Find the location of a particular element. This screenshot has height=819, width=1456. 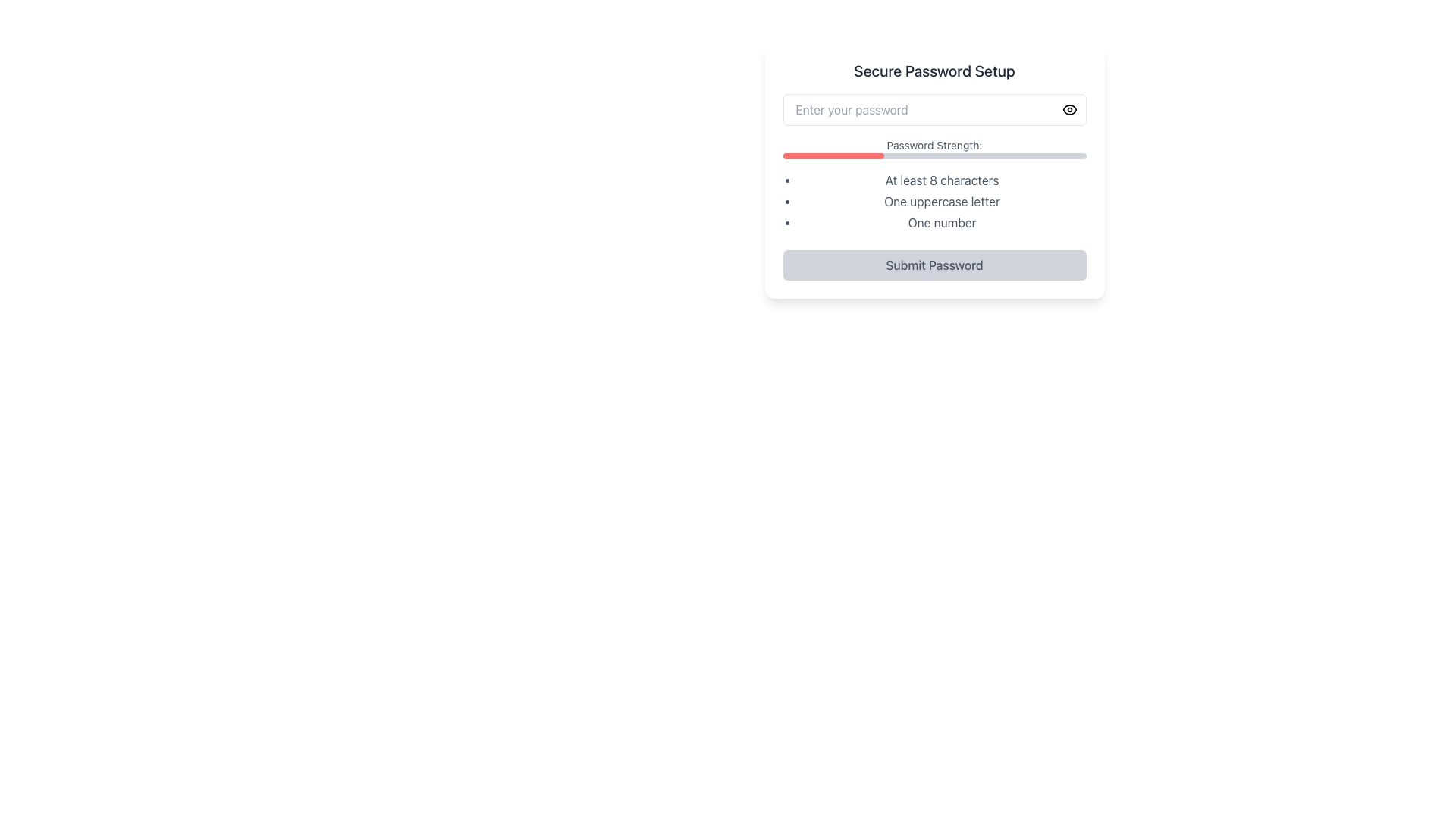

the left-most segment of the password strength progress bar, which visually indicates the current password strength is located at coordinates (833, 155).